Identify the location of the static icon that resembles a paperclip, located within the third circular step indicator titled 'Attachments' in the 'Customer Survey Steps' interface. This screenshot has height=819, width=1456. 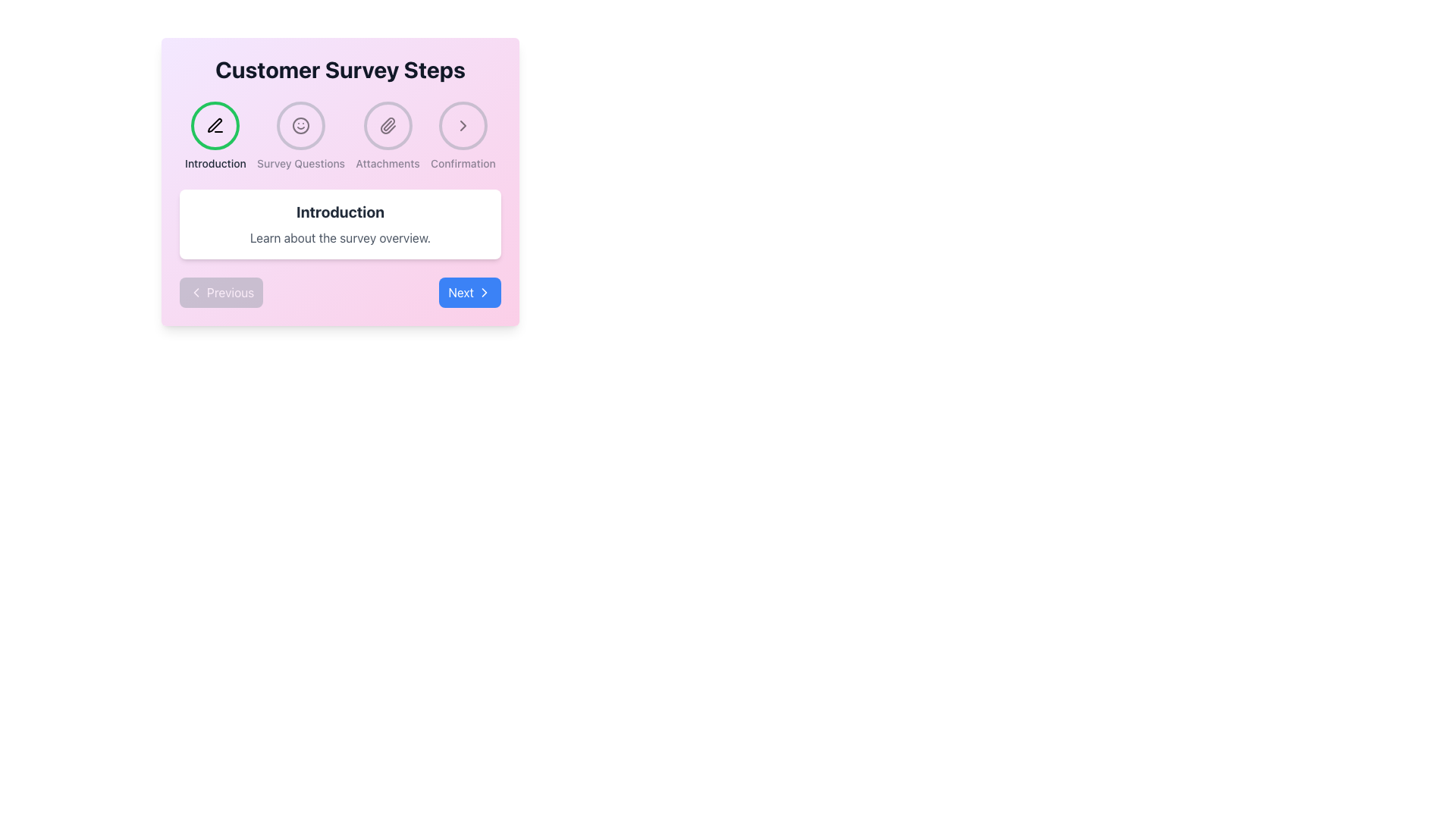
(388, 124).